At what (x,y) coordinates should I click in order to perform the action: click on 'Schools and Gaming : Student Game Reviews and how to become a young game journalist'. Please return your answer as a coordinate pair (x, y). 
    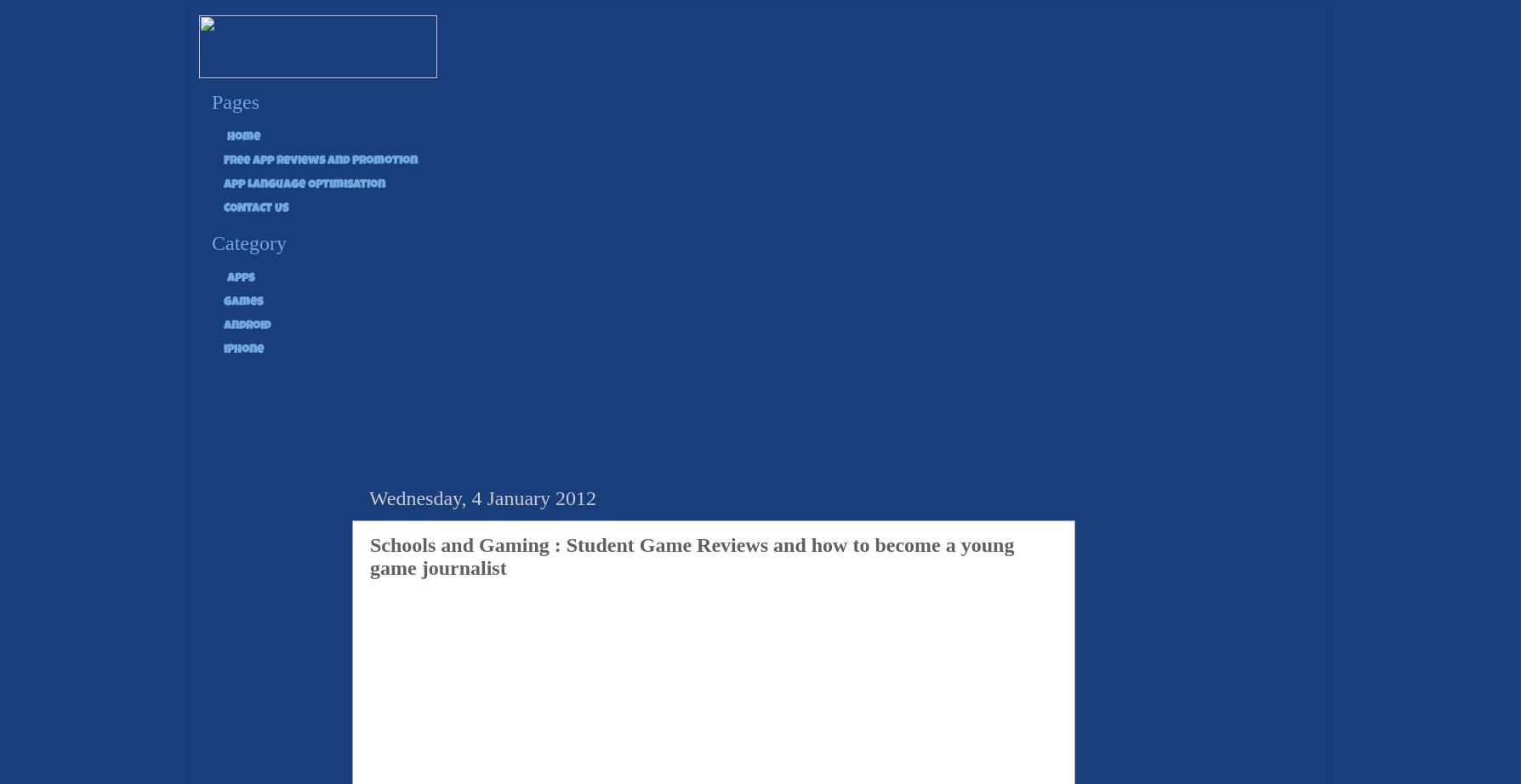
    Looking at the image, I should click on (691, 555).